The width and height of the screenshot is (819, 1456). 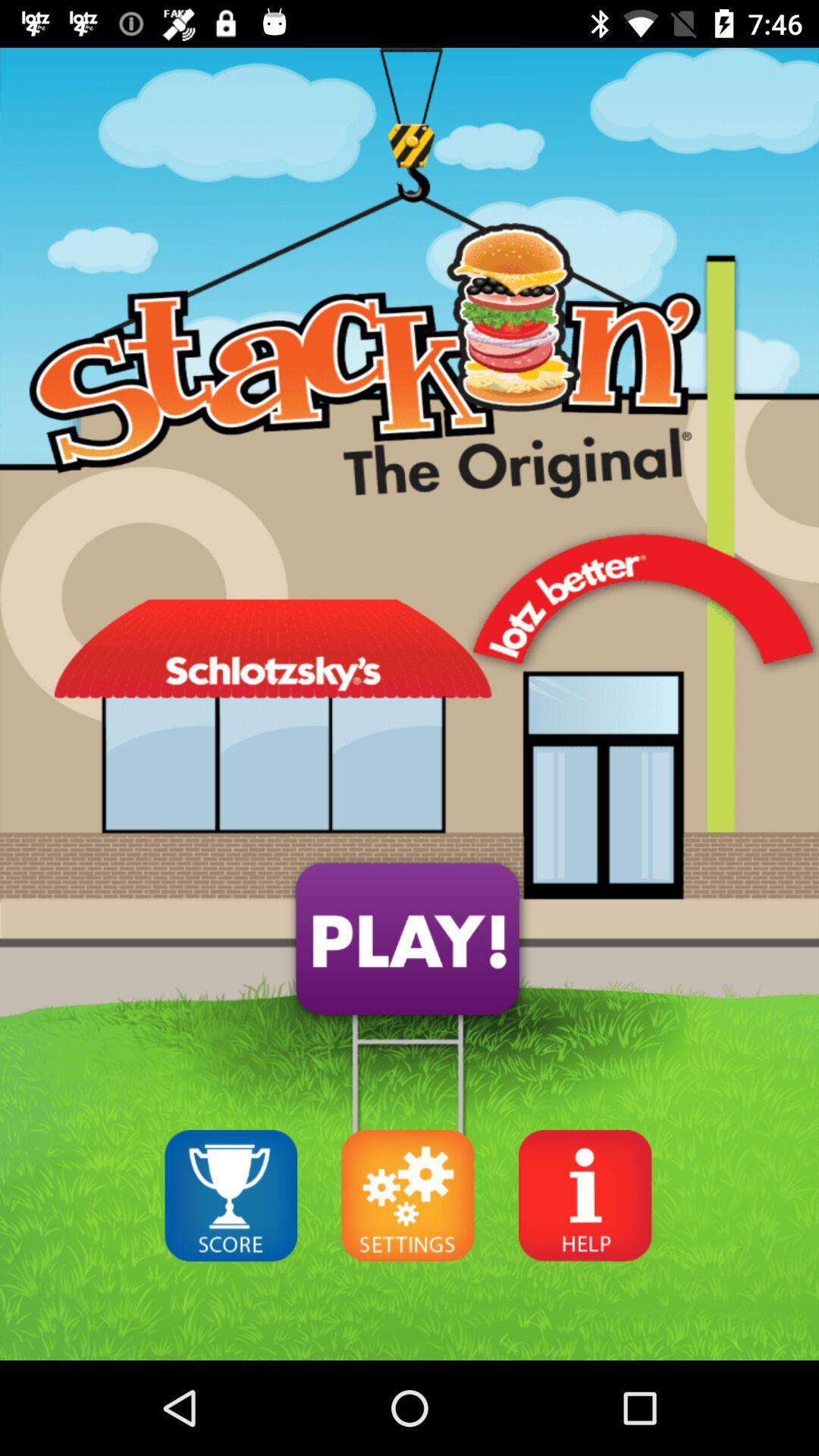 What do you see at coordinates (585, 1194) in the screenshot?
I see `the info icon` at bounding box center [585, 1194].